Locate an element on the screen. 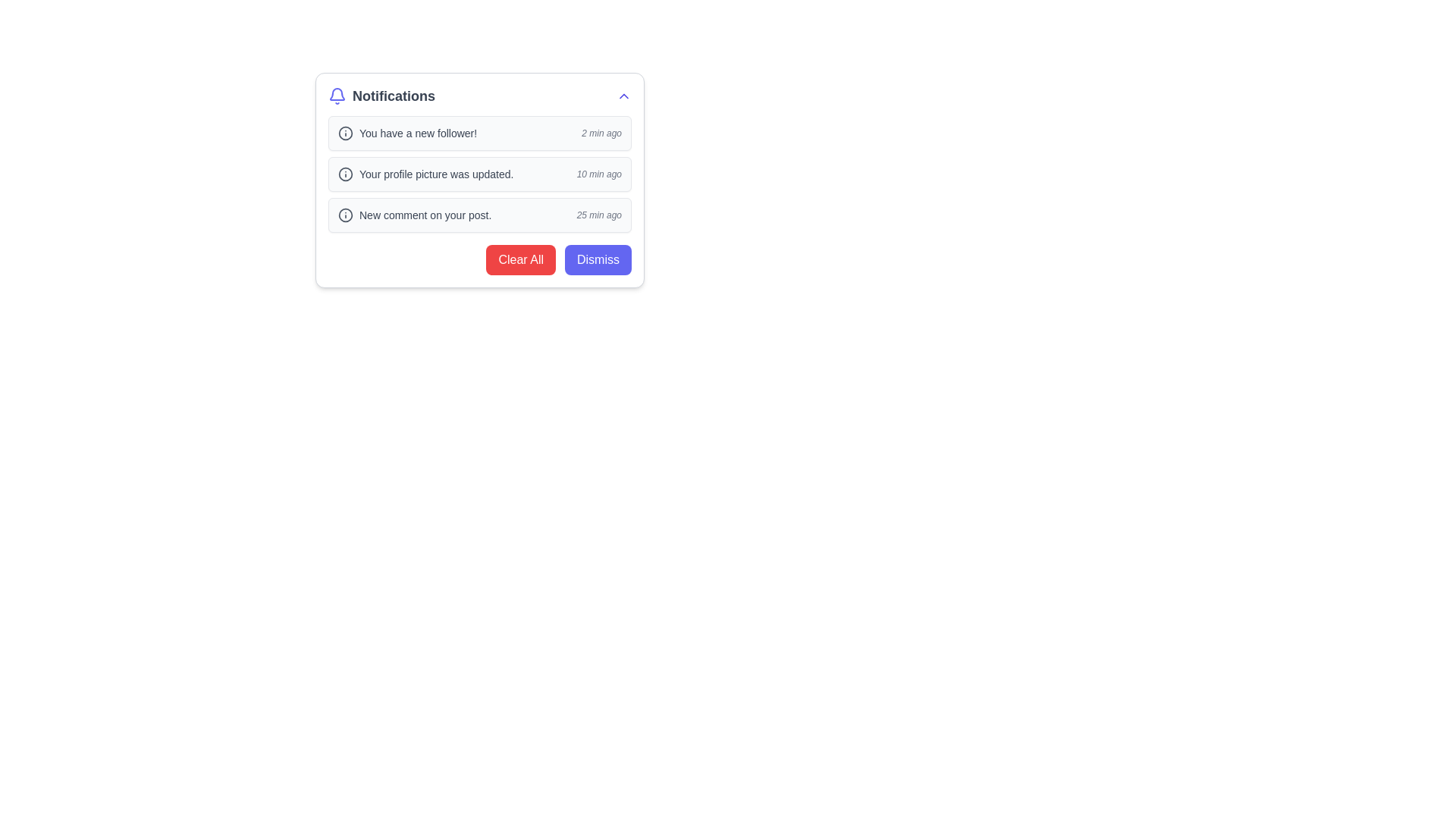 Image resolution: width=1456 pixels, height=819 pixels. the text element reading 'Your profile picture was updated.' which is part of the second notification in the notification component is located at coordinates (425, 174).